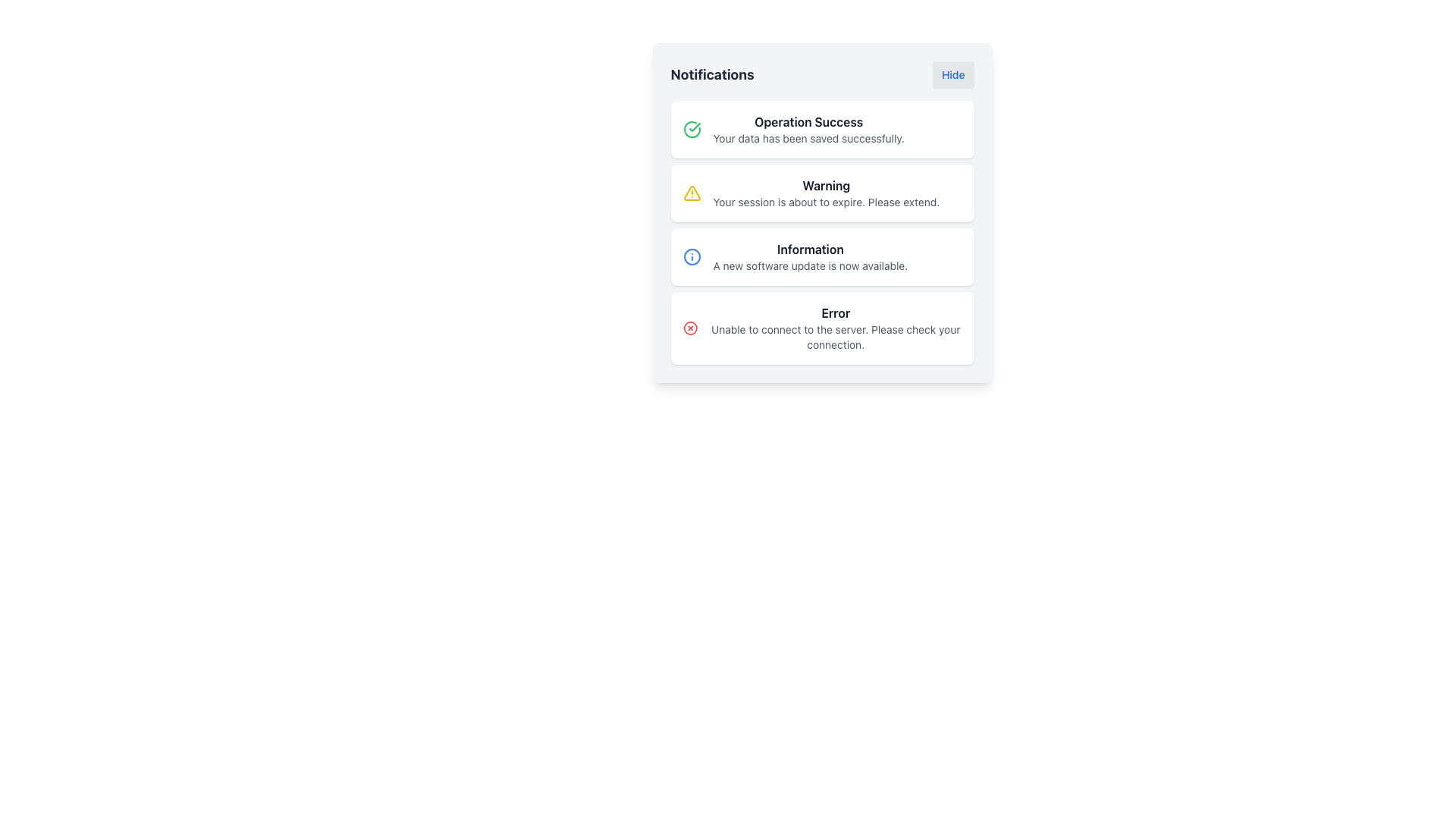 The height and width of the screenshot is (819, 1456). Describe the element at coordinates (809, 256) in the screenshot. I see `the 'Information' TextBlock which contains the title 'Information' in bold and a description about a software update, located as the third item in a vertical list of notifications` at that location.